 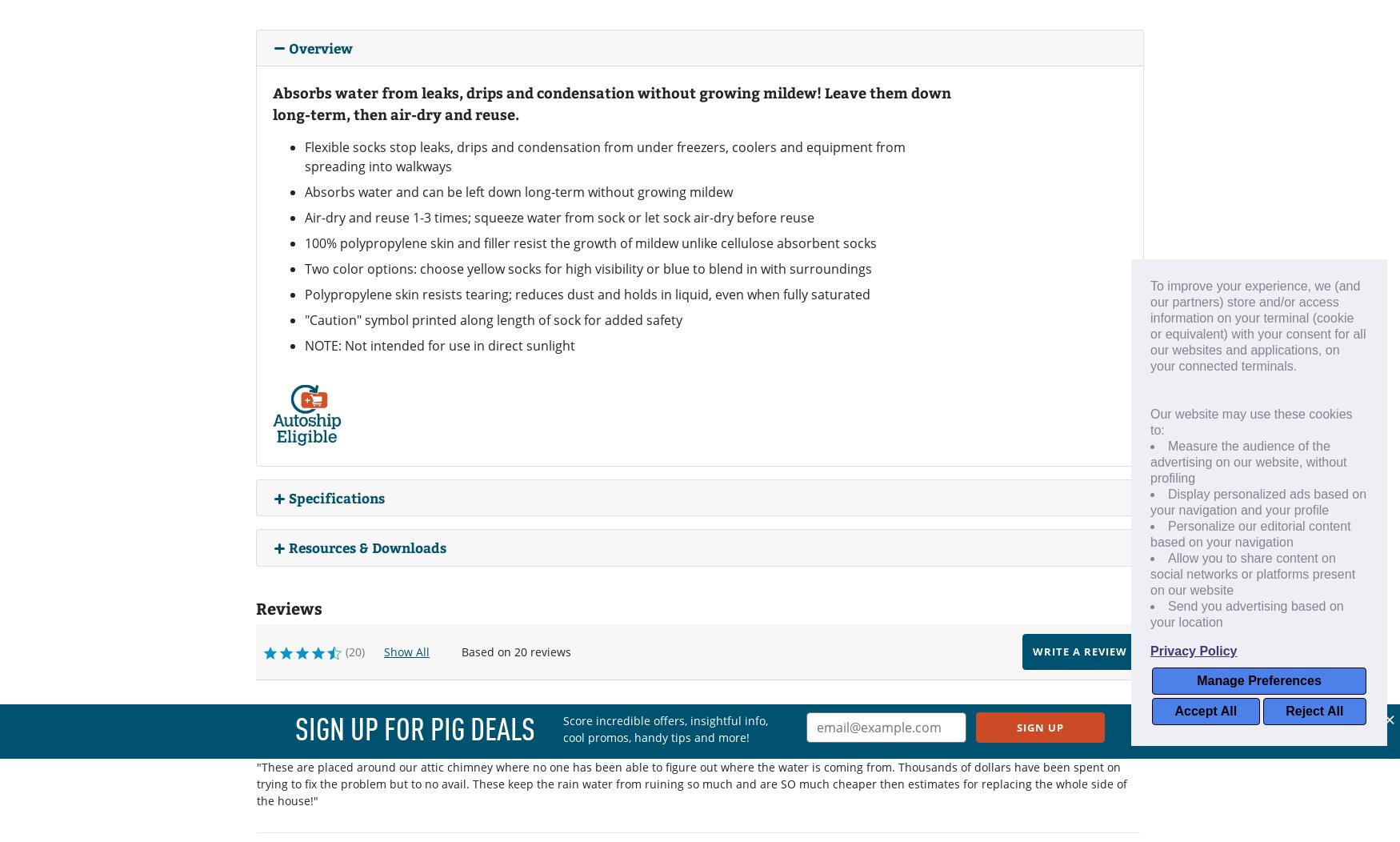 What do you see at coordinates (303, 319) in the screenshot?
I see `'"Caution" symbol printed along length of sock for added safety'` at bounding box center [303, 319].